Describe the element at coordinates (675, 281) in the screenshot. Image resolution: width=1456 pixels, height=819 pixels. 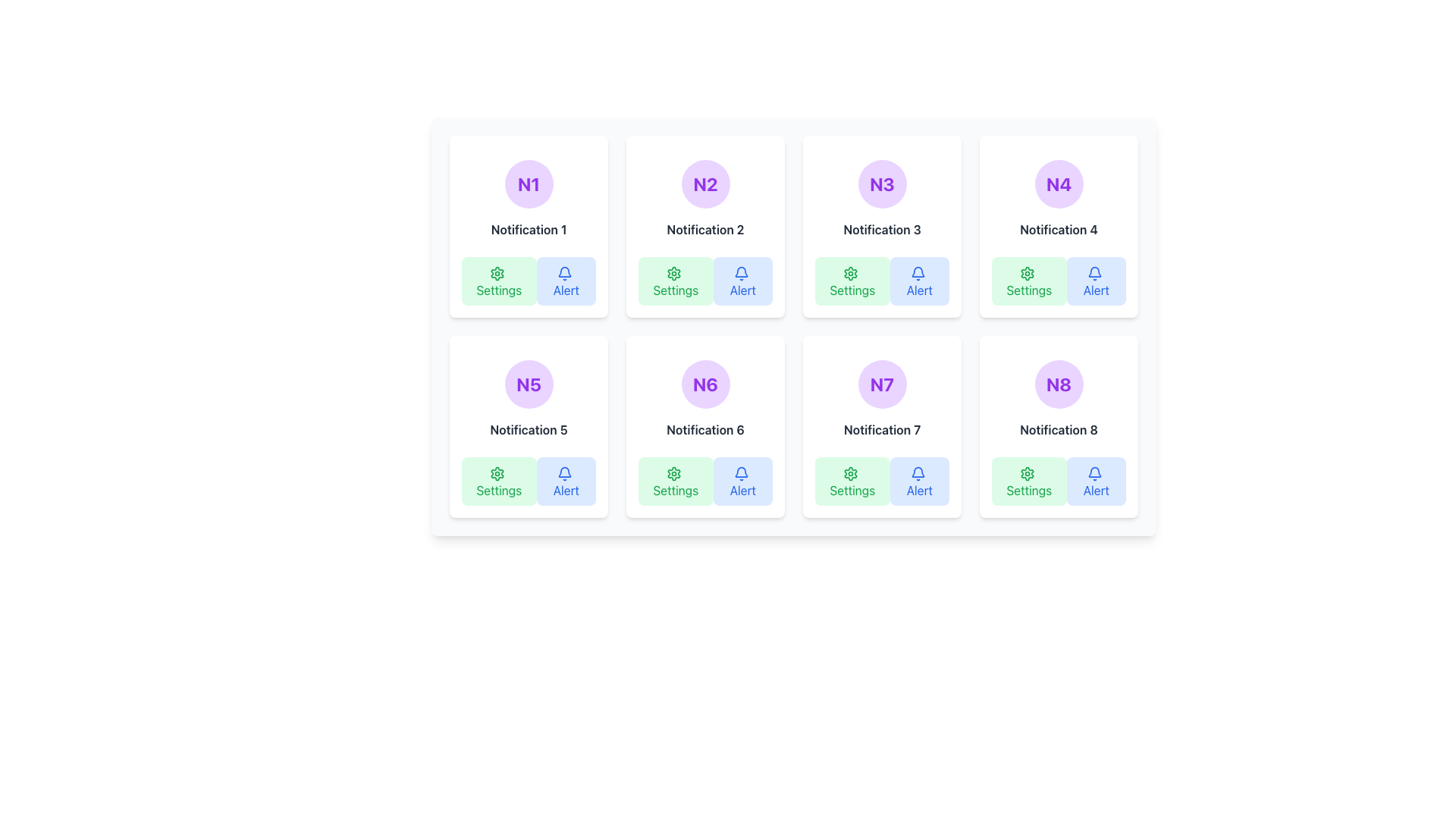
I see `the 'Settings' button, which is a rectangular button with rounded edges, light green background, and a green settings gear icon` at that location.